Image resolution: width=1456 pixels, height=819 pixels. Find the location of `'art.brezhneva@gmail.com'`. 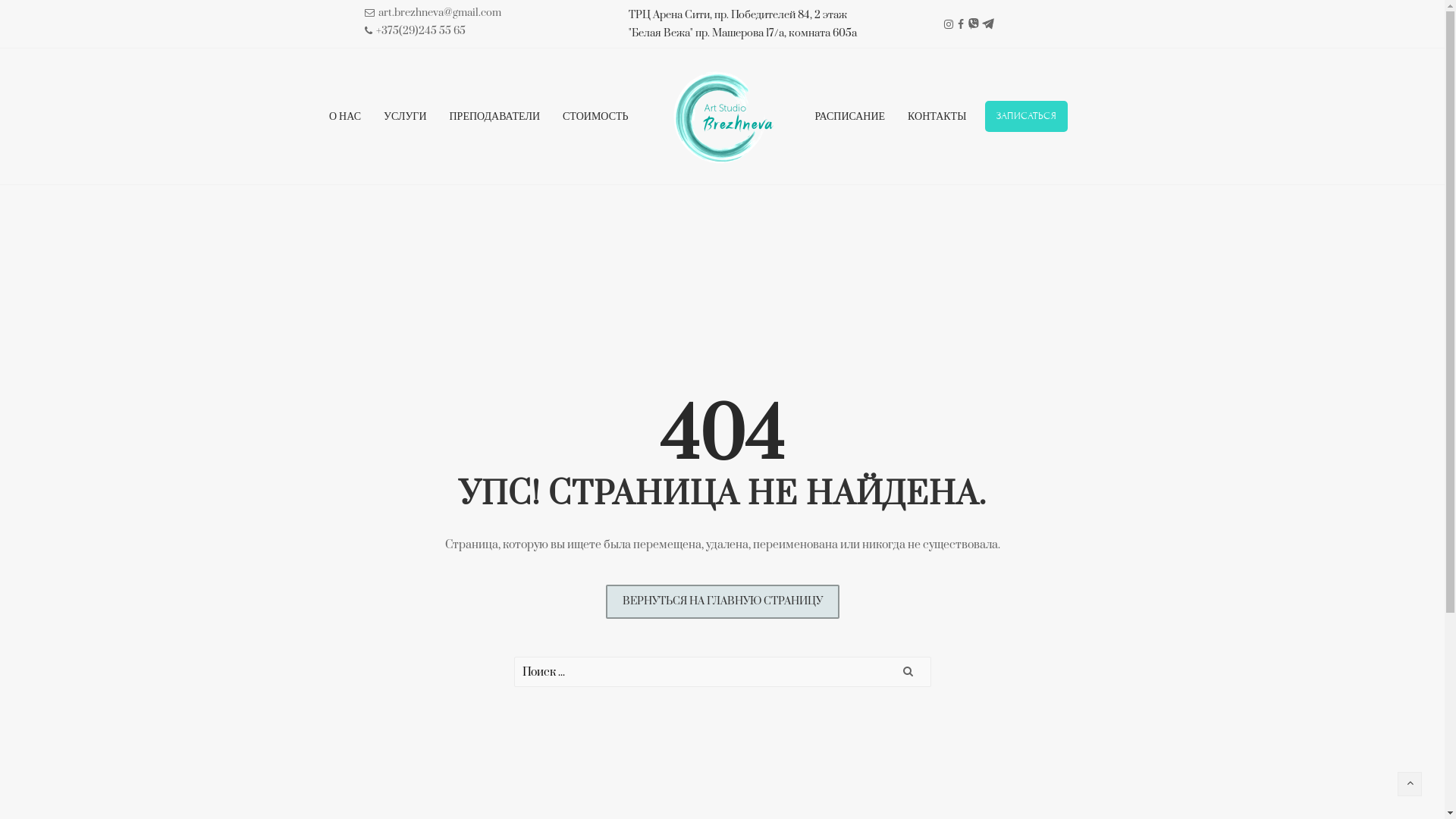

'art.brezhneva@gmail.com' is located at coordinates (432, 12).